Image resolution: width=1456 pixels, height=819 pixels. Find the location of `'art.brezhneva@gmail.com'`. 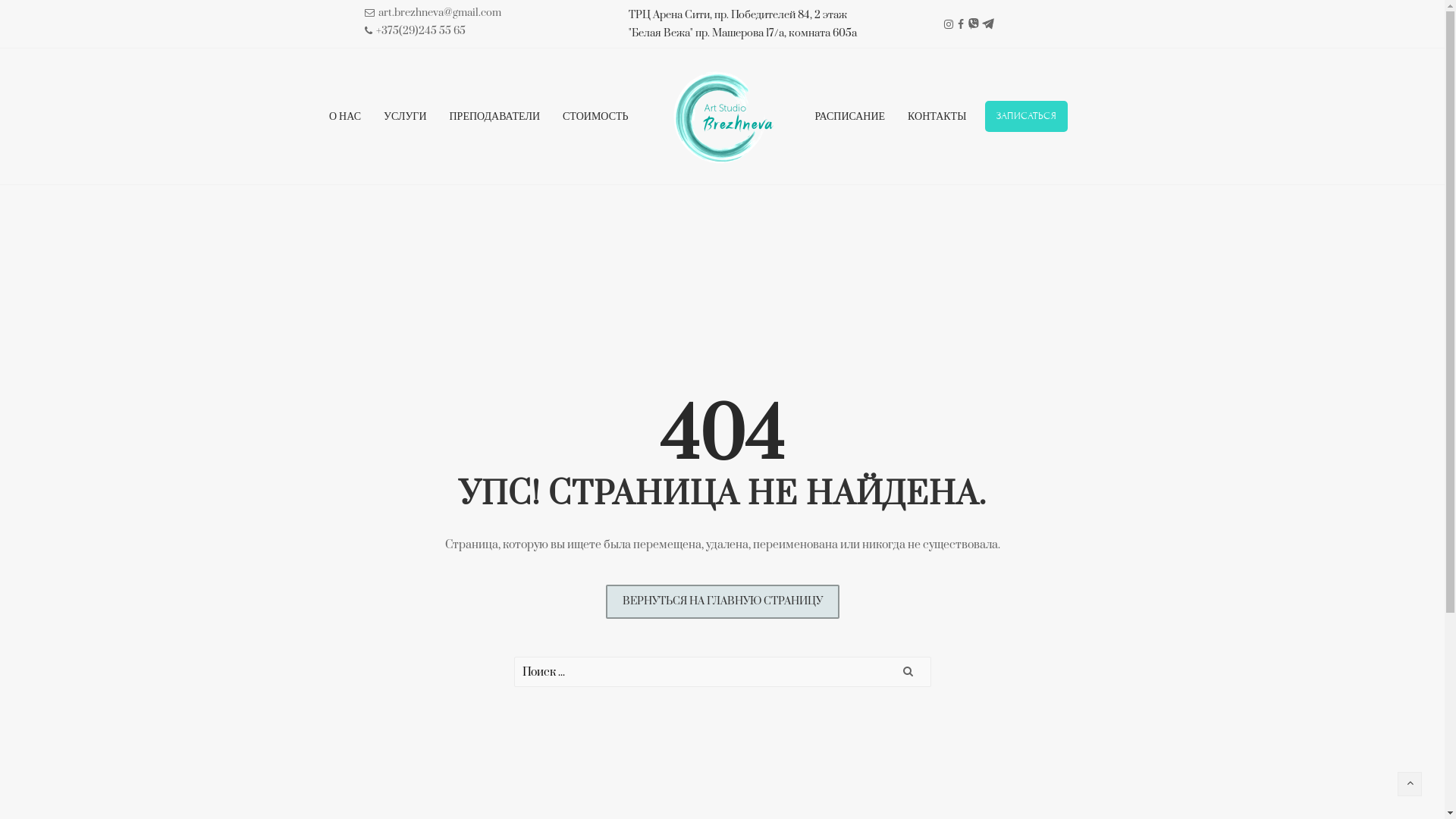

'art.brezhneva@gmail.com' is located at coordinates (432, 12).